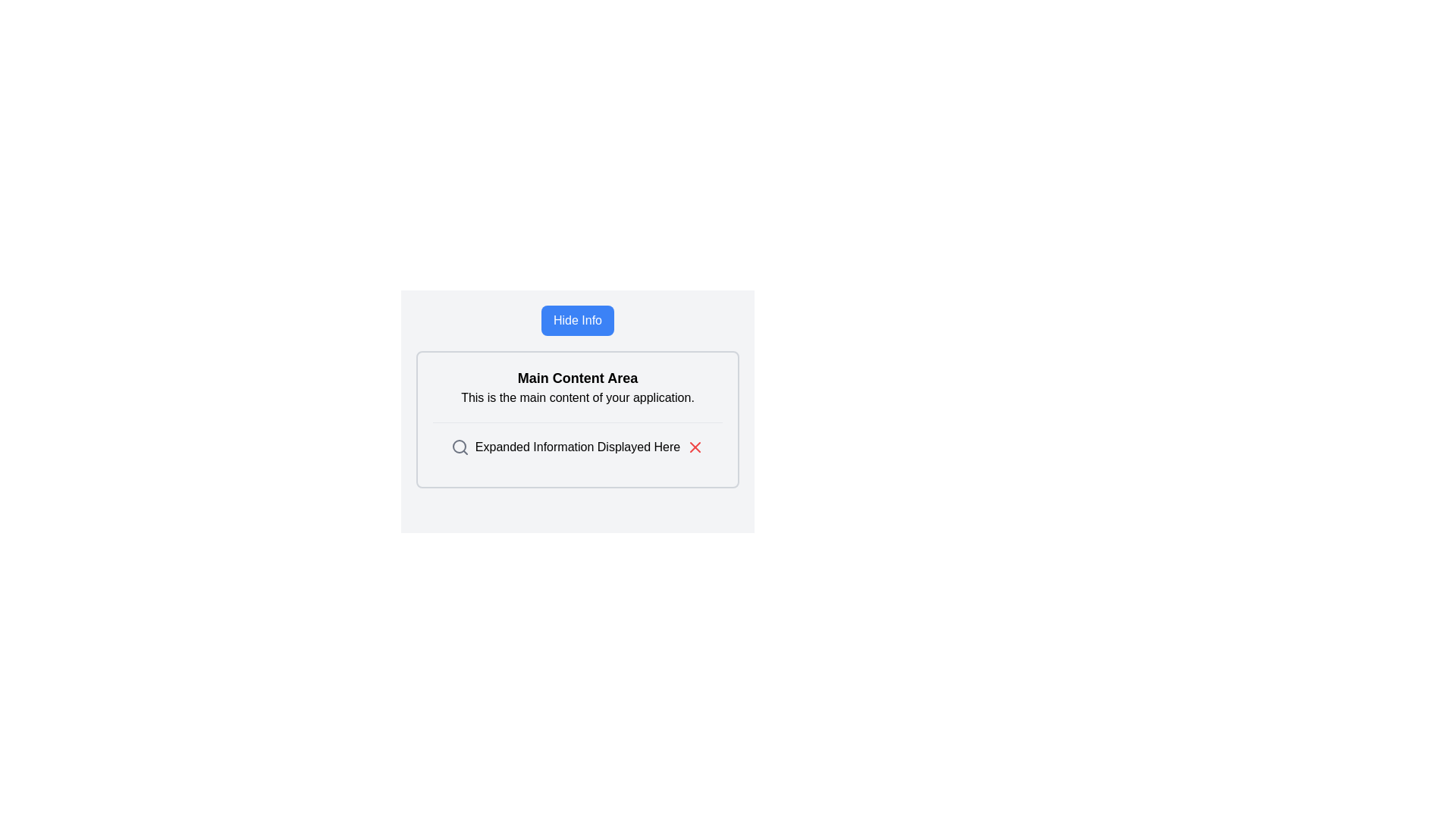 This screenshot has width=1456, height=819. Describe the element at coordinates (577, 320) in the screenshot. I see `the toggle button located above the 'Main Content Area' section` at that location.